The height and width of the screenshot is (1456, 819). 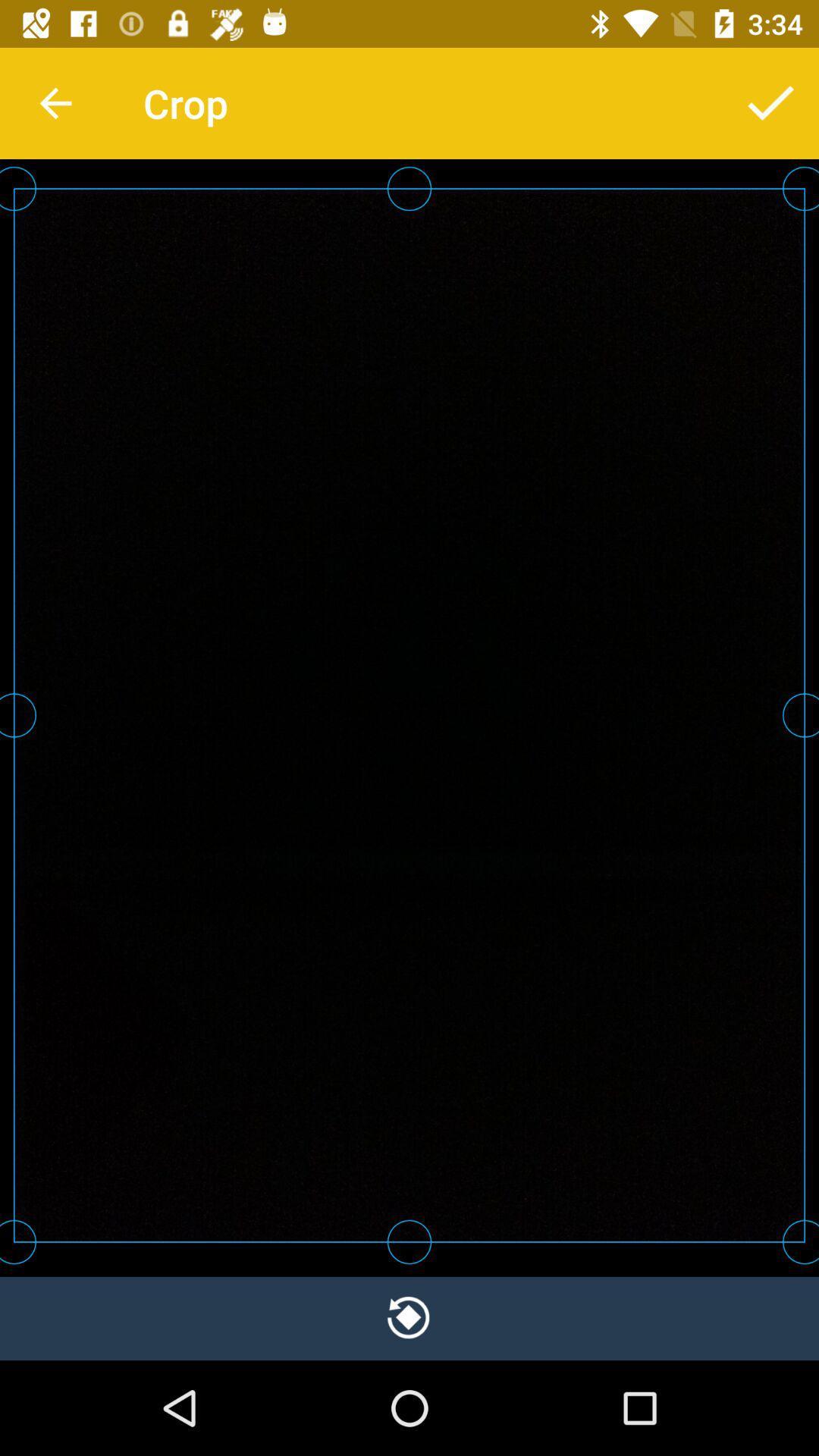 I want to click on refresh screen button, so click(x=409, y=1317).